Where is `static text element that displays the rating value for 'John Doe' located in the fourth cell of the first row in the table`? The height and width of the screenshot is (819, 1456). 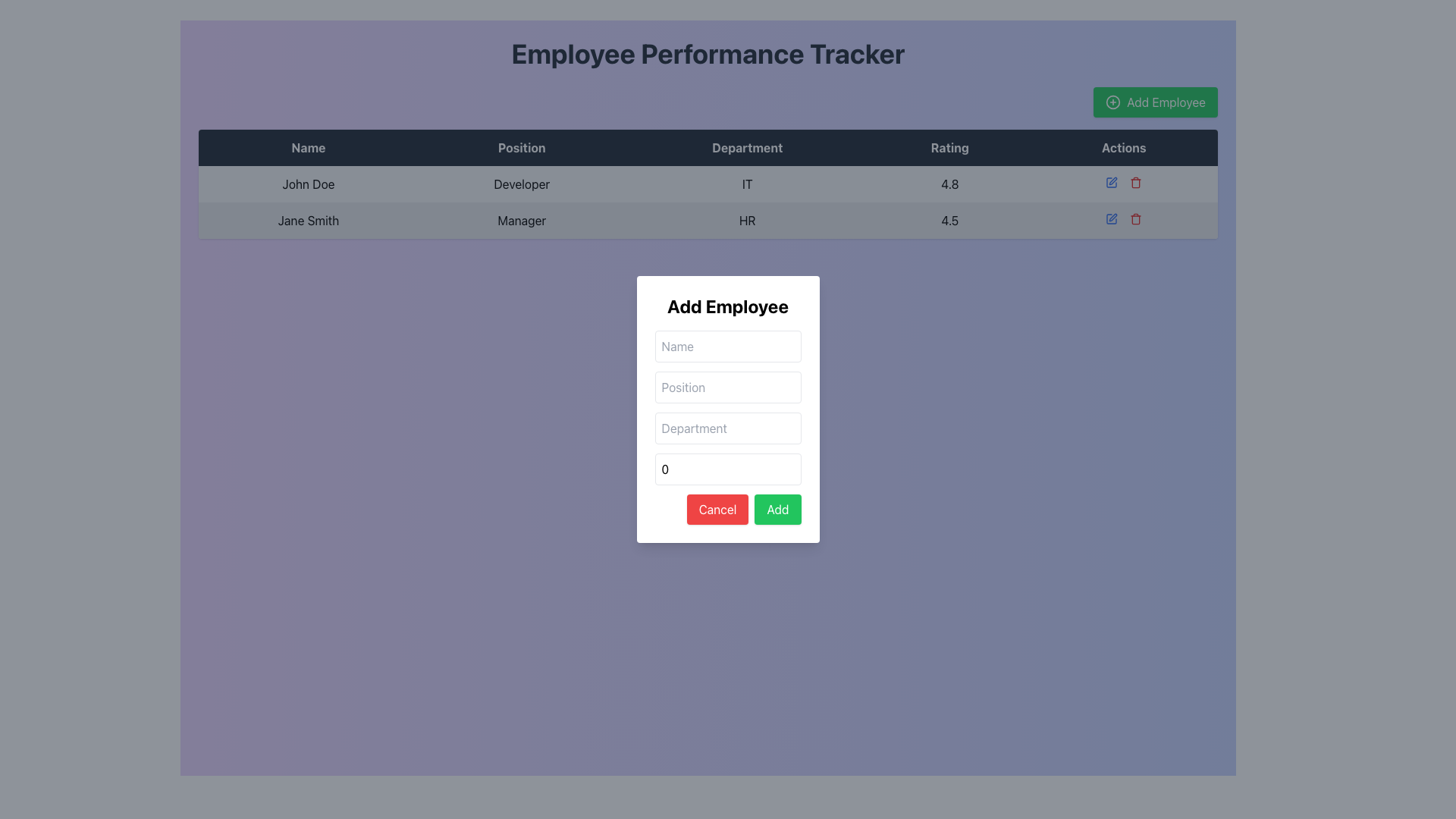 static text element that displays the rating value for 'John Doe' located in the fourth cell of the first row in the table is located at coordinates (949, 184).